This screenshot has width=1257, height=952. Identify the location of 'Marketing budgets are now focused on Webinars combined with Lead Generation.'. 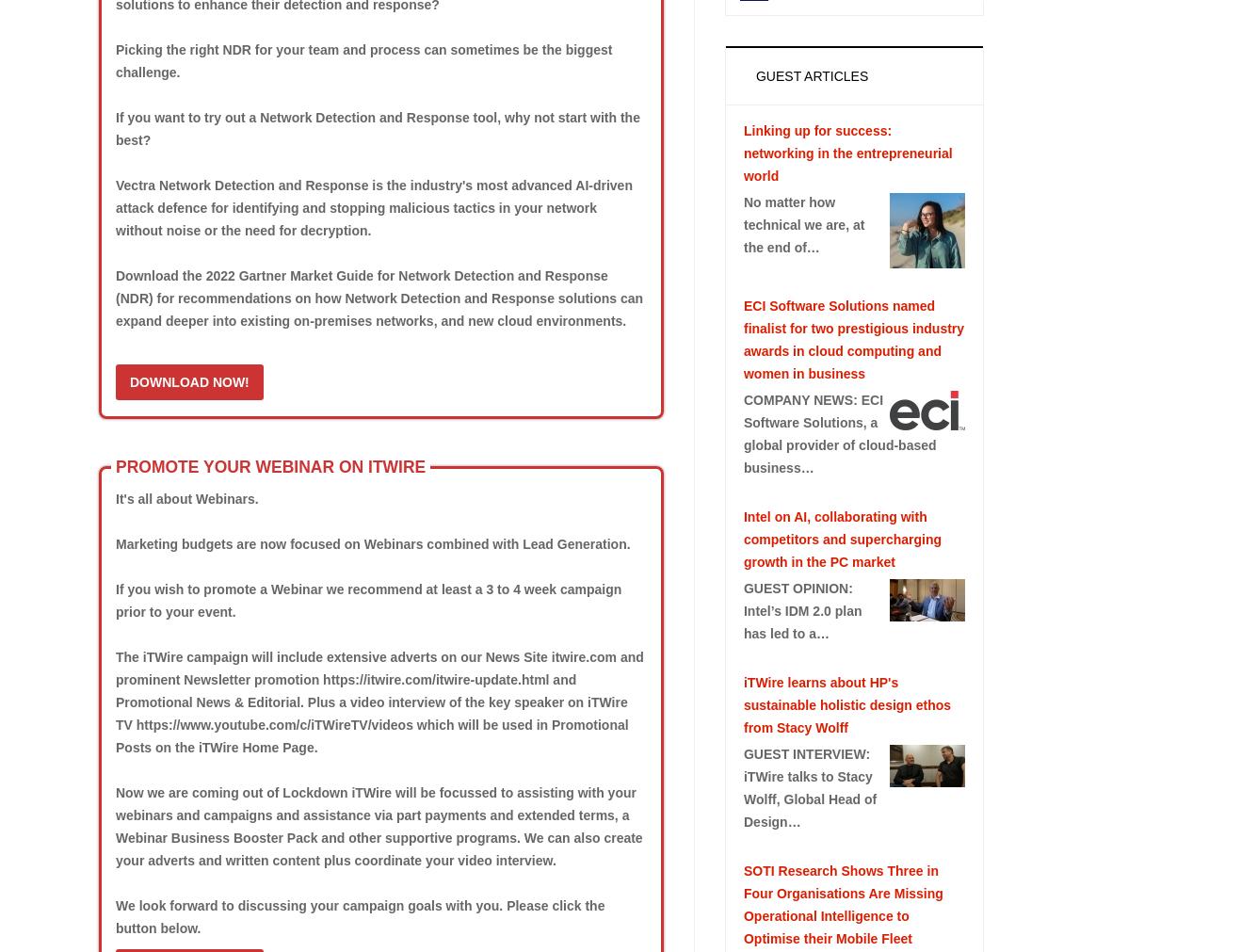
(371, 542).